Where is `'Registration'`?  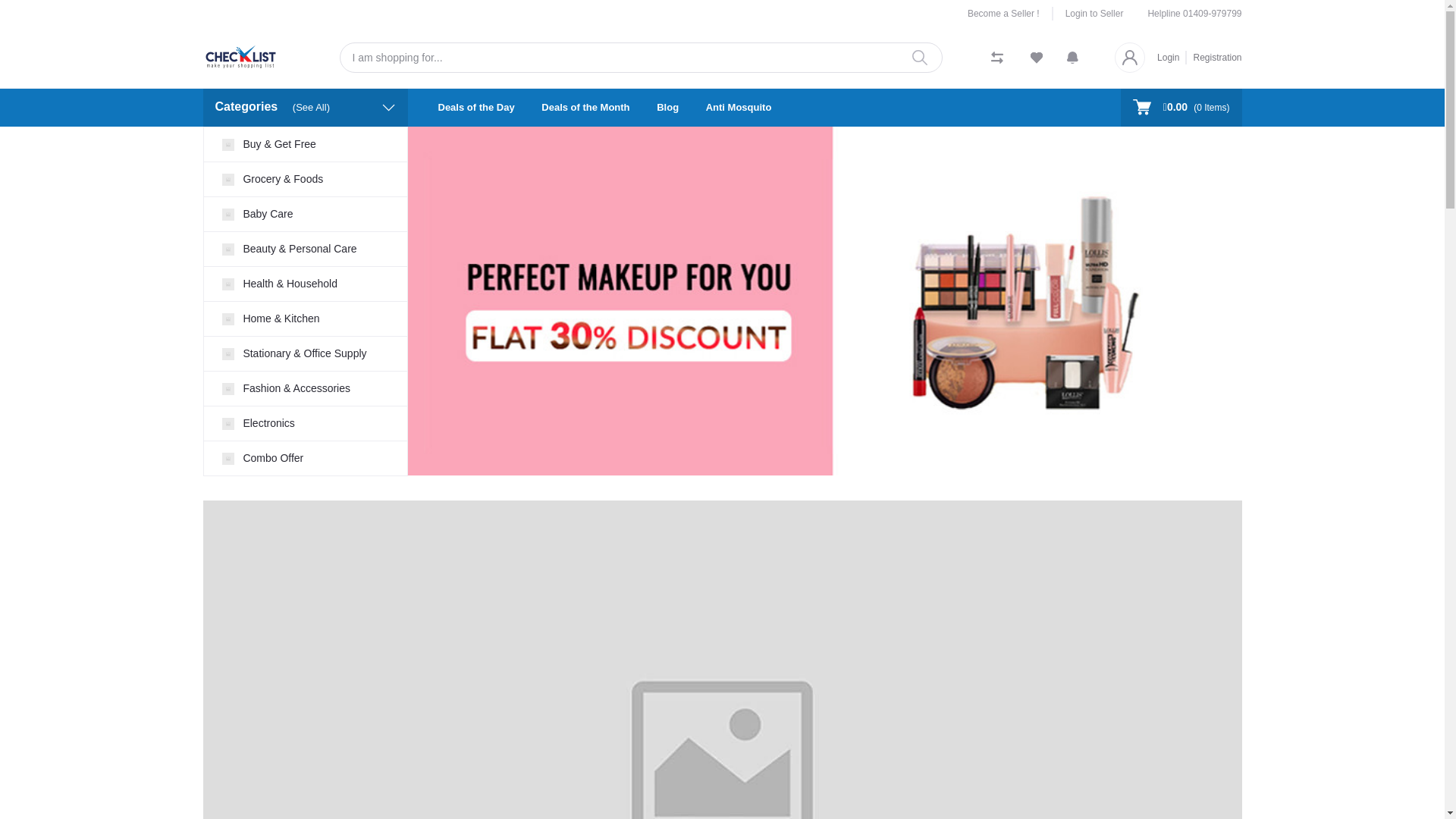
'Registration' is located at coordinates (1214, 55).